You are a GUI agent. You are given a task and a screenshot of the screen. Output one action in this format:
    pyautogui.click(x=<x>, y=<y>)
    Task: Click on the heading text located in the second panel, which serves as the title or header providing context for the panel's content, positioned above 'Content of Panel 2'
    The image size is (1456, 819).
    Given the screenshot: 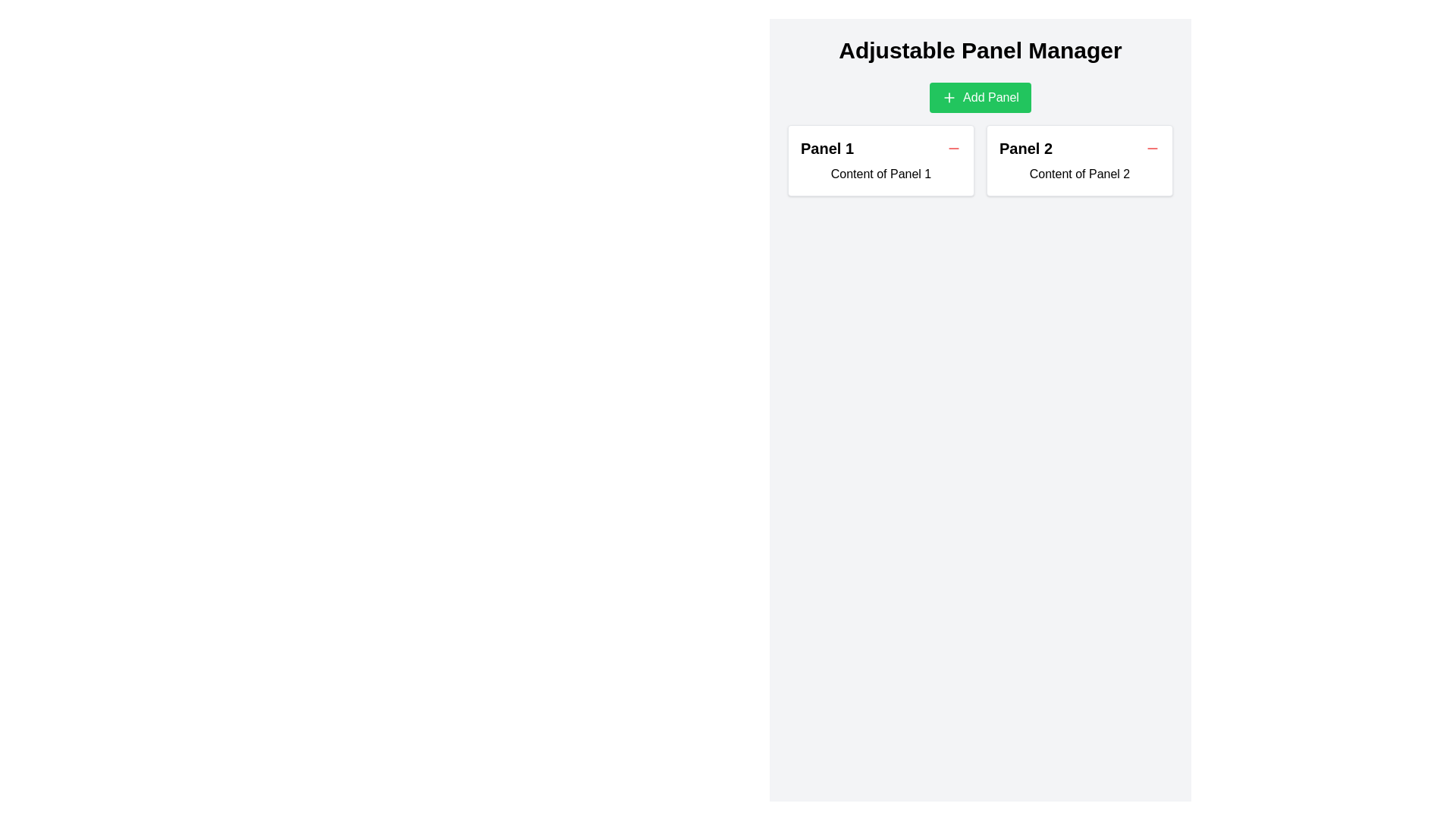 What is the action you would take?
    pyautogui.click(x=1026, y=149)
    